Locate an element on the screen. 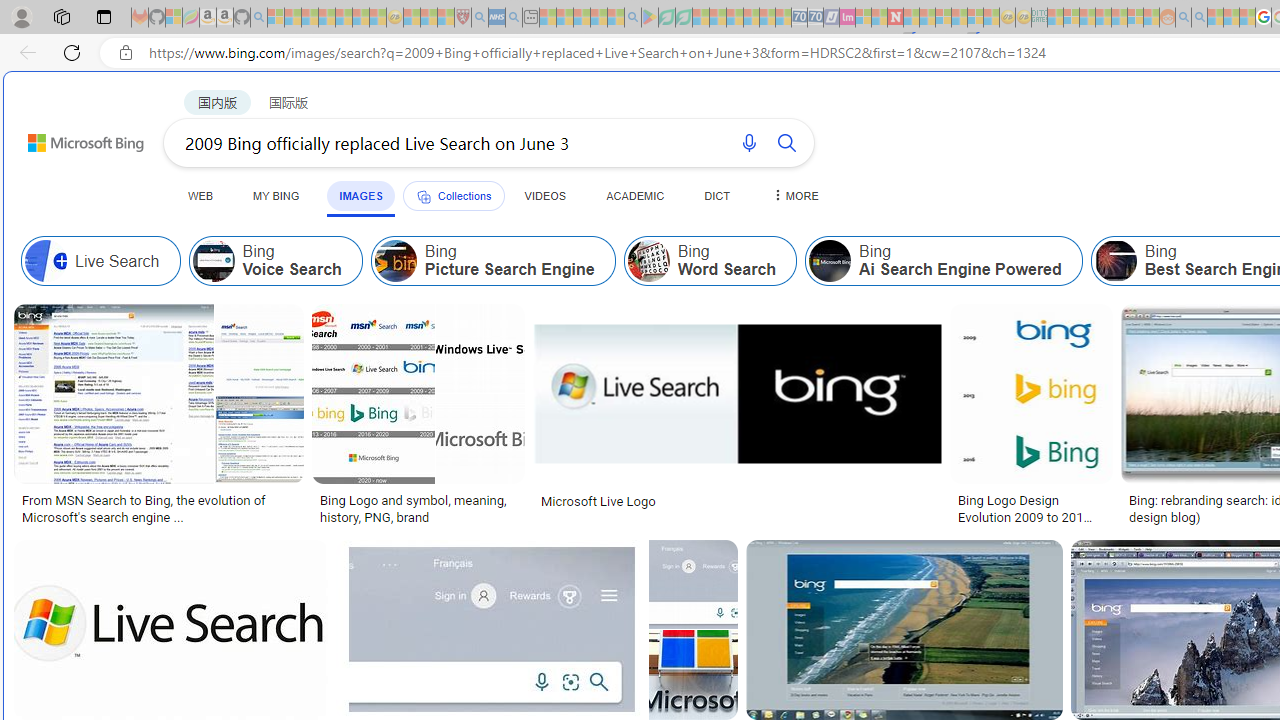 The image size is (1280, 720). 'Expert Portfolios - Sleeping' is located at coordinates (1102, 17).